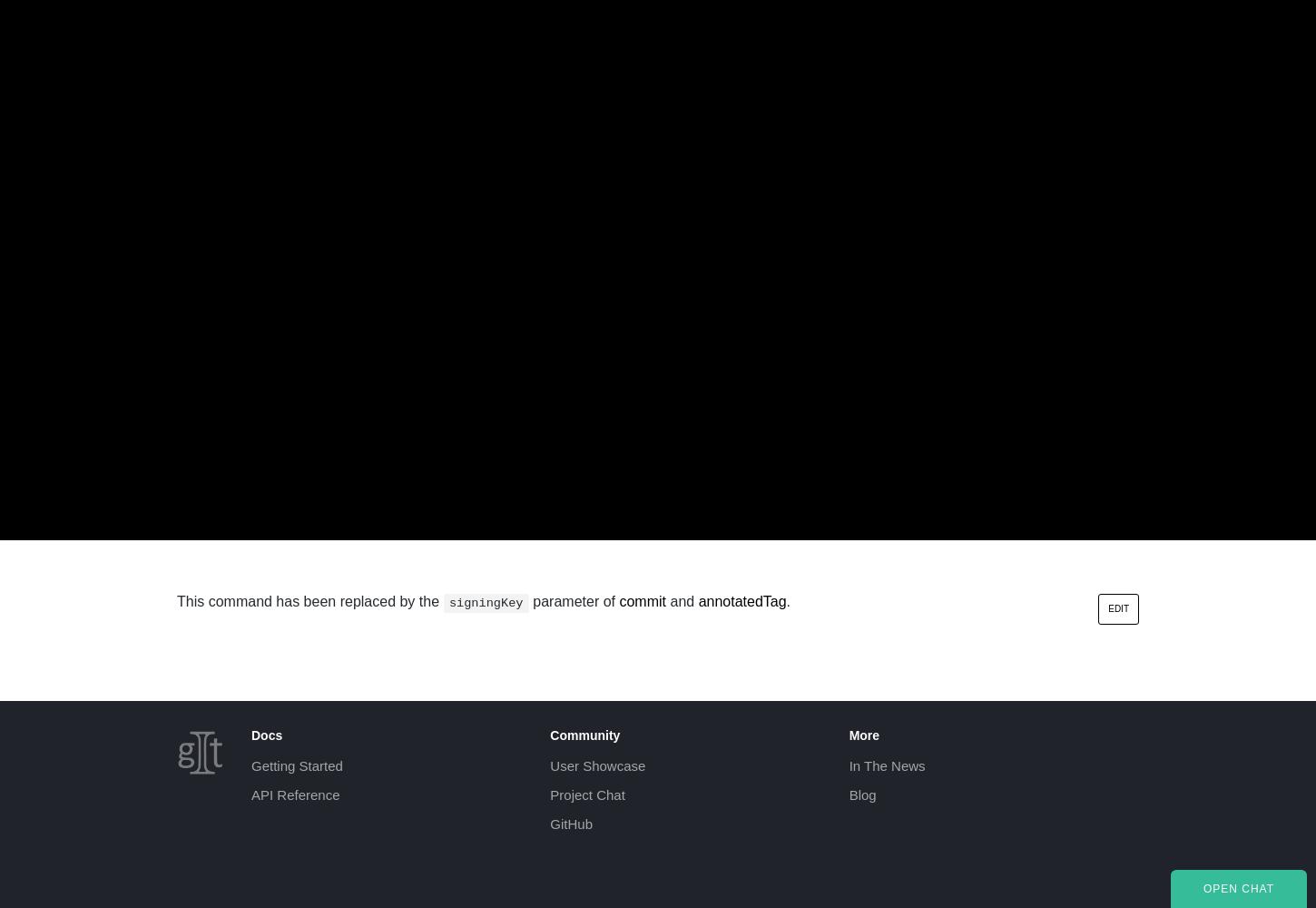 The width and height of the screenshot is (1316, 908). Describe the element at coordinates (267, 735) in the screenshot. I see `'Docs'` at that location.